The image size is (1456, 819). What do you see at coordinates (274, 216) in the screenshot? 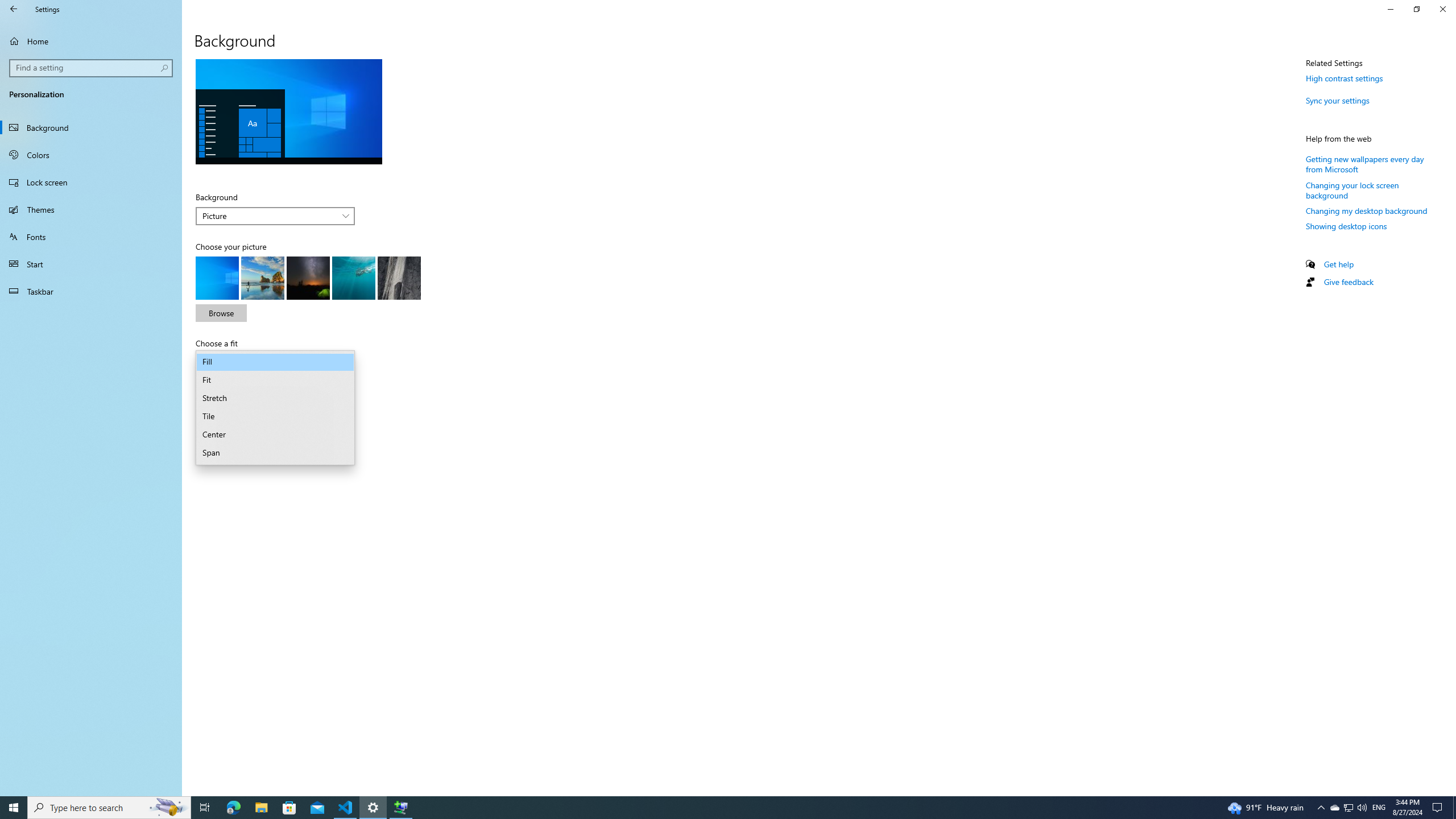
I see `'Background'` at bounding box center [274, 216].